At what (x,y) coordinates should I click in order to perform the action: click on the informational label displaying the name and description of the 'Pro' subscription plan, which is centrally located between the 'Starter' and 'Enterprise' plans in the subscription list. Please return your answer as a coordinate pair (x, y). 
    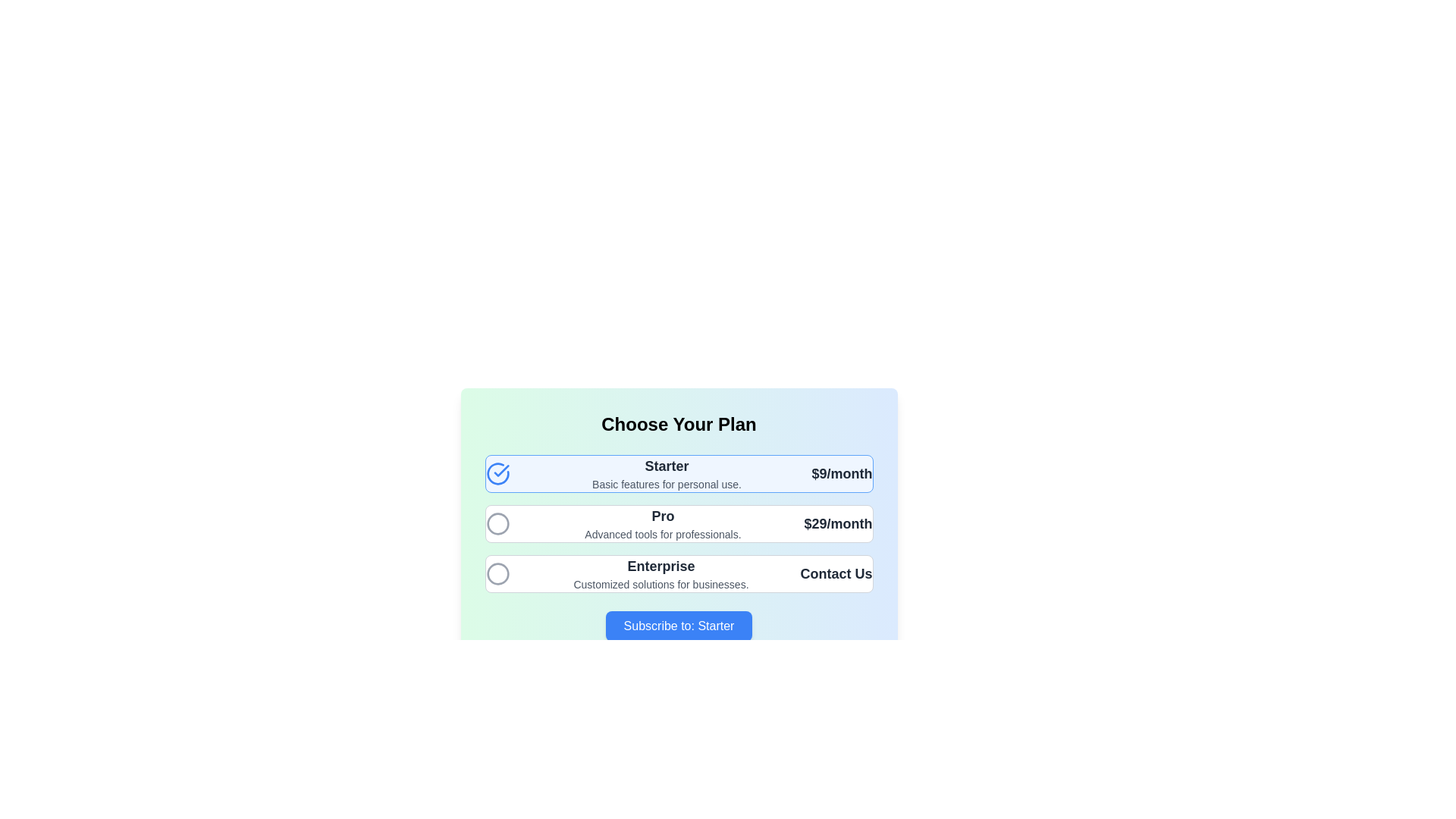
    Looking at the image, I should click on (663, 522).